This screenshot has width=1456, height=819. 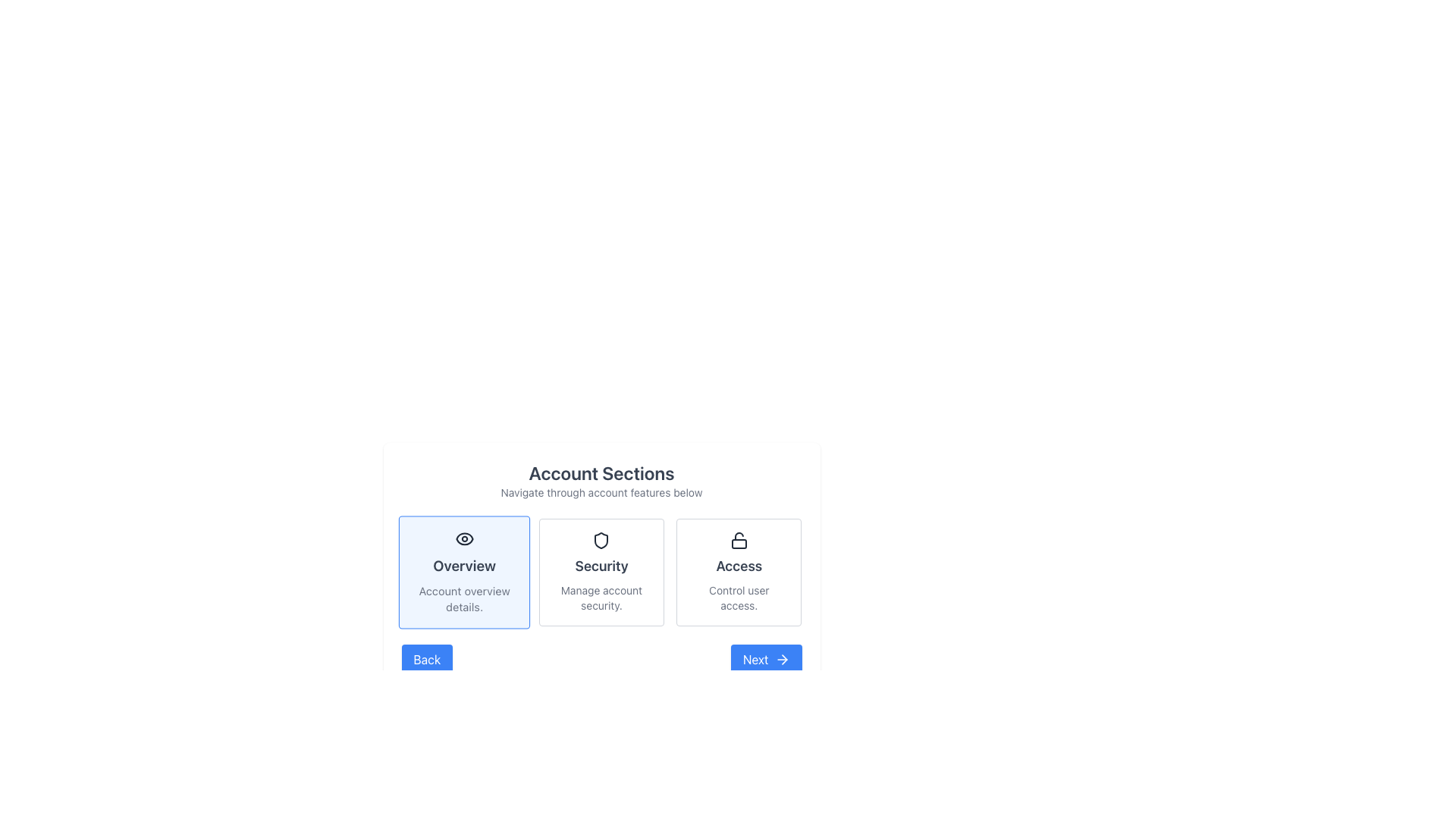 What do you see at coordinates (739, 598) in the screenshot?
I see `the text label that contains 'Control user access.' styled in small, gray-colored text, located below the bold label 'Access' within the rightmost bordered card` at bounding box center [739, 598].